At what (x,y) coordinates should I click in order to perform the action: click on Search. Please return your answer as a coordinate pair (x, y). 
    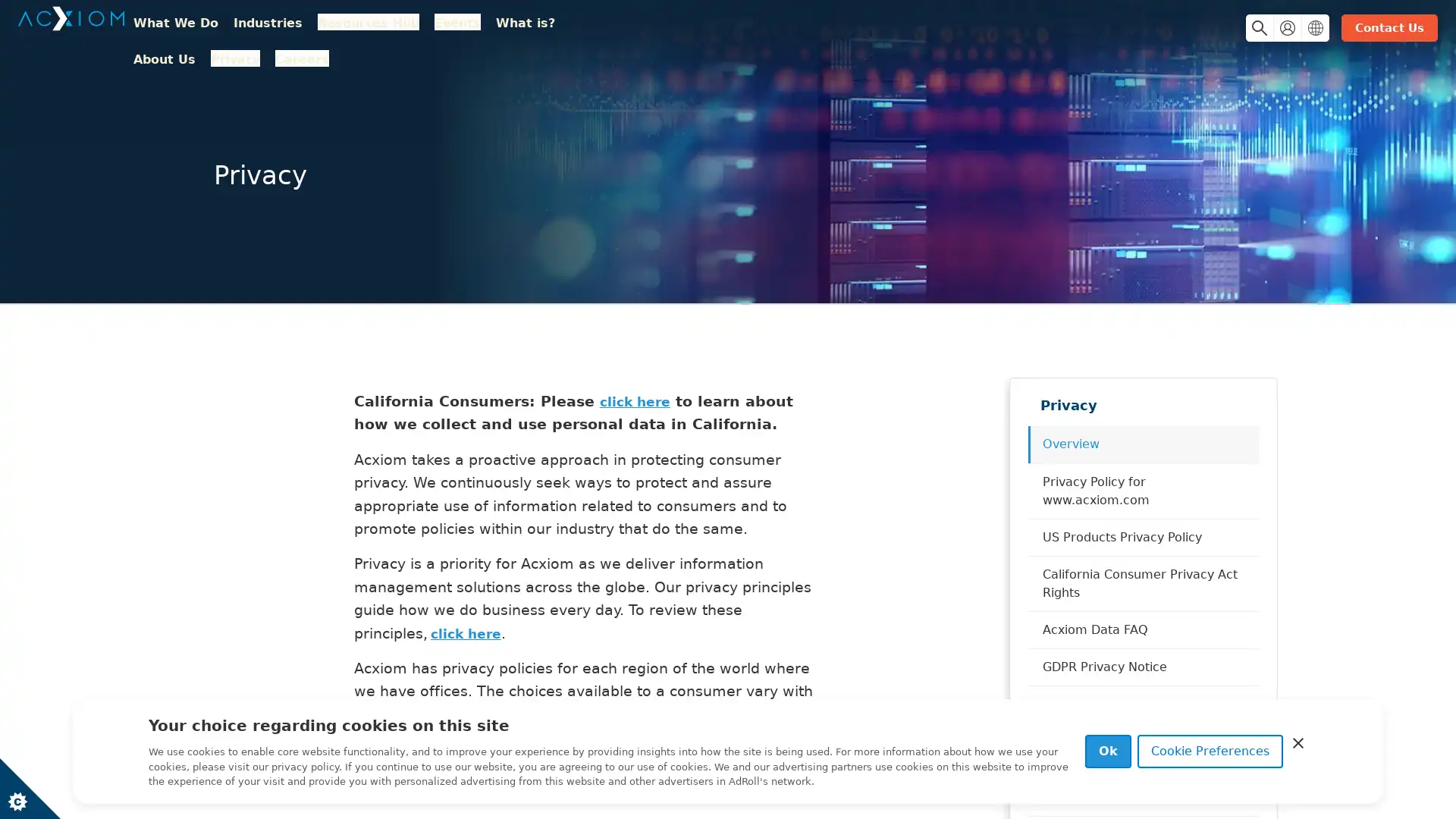
    Looking at the image, I should click on (1247, 29).